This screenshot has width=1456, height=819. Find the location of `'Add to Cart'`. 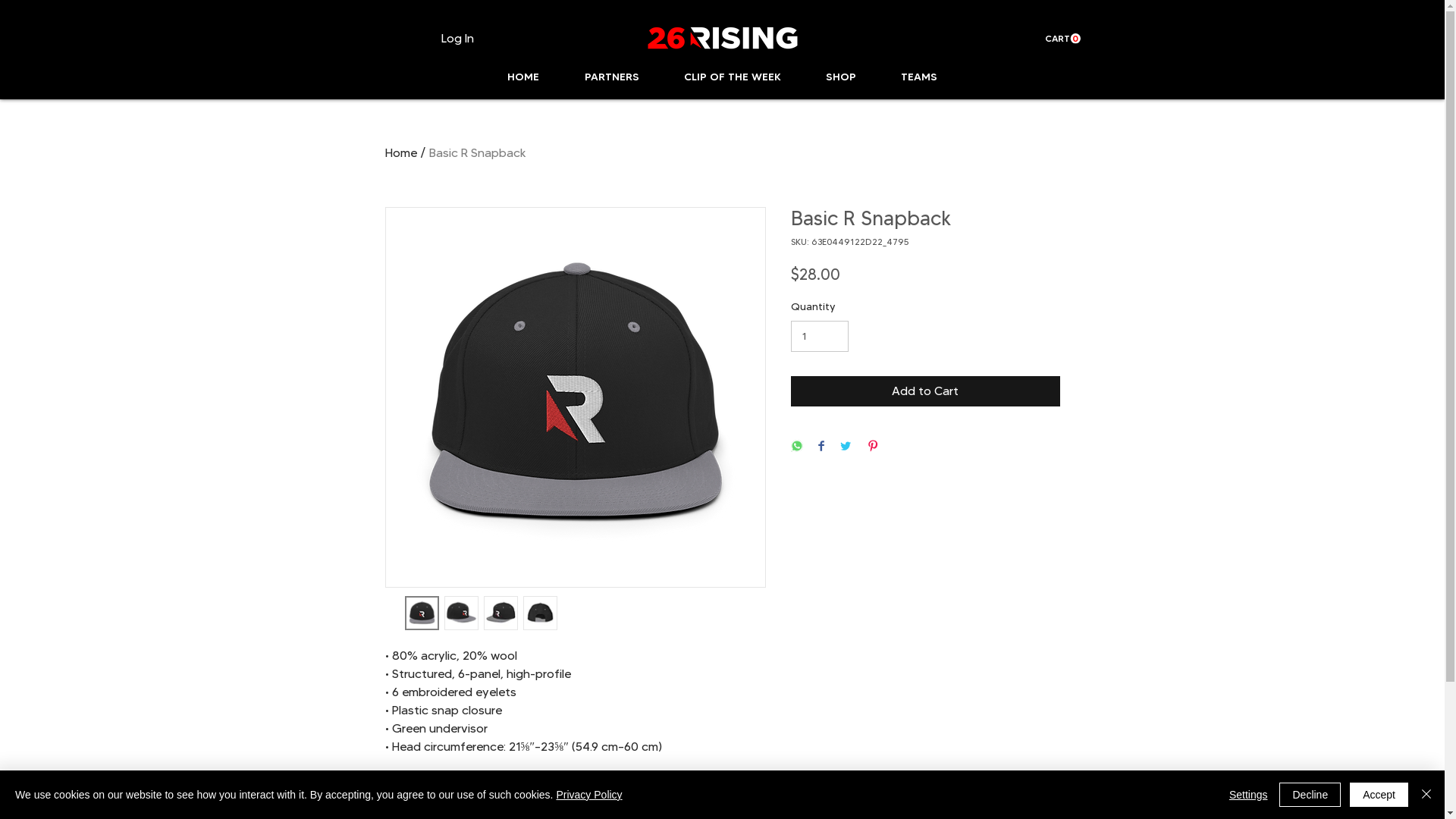

'Add to Cart' is located at coordinates (924, 391).